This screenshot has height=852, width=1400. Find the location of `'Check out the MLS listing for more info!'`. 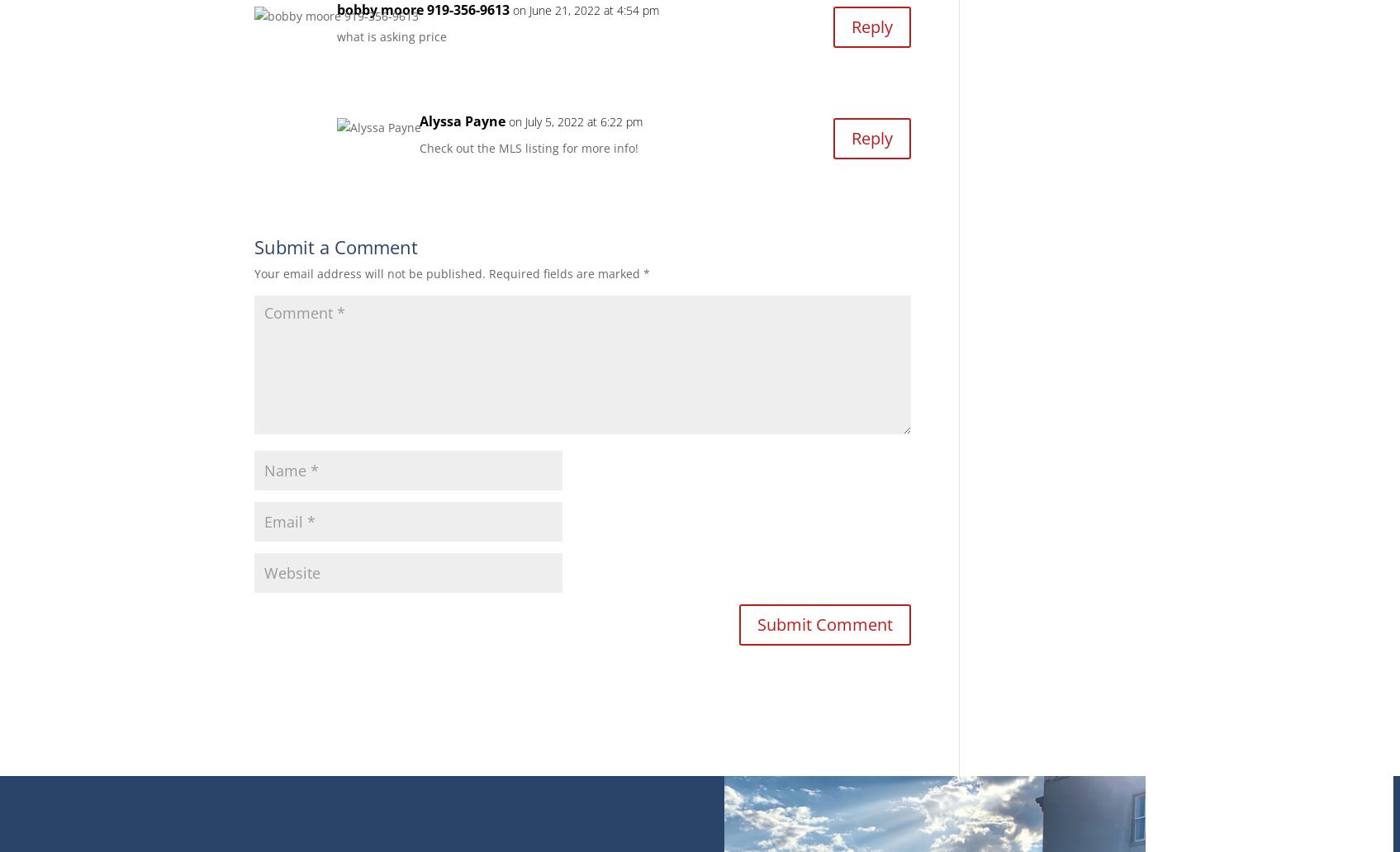

'Check out the MLS listing for more info!' is located at coordinates (527, 146).